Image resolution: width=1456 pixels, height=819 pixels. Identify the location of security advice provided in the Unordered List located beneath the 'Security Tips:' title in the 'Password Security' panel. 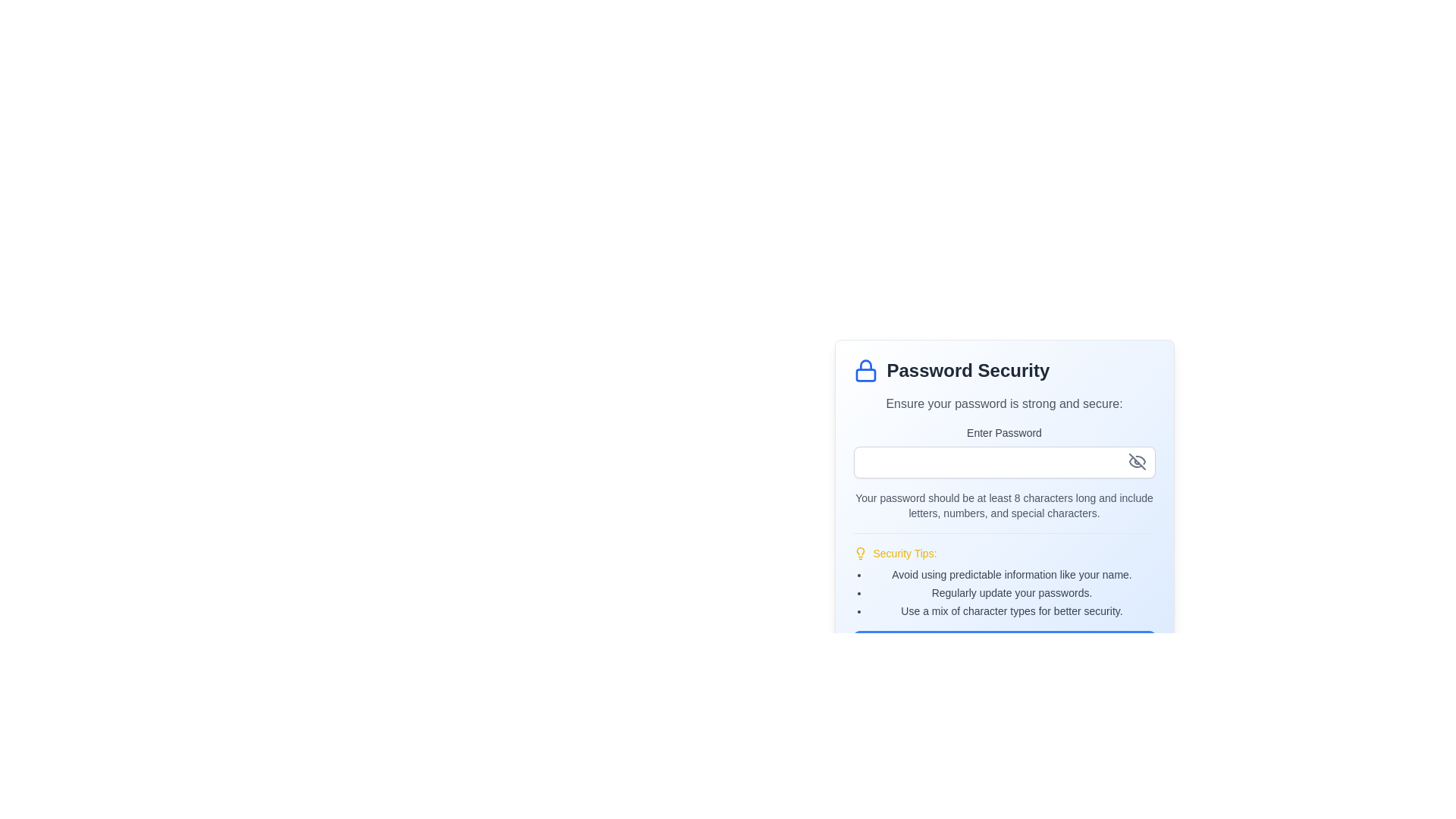
(1004, 592).